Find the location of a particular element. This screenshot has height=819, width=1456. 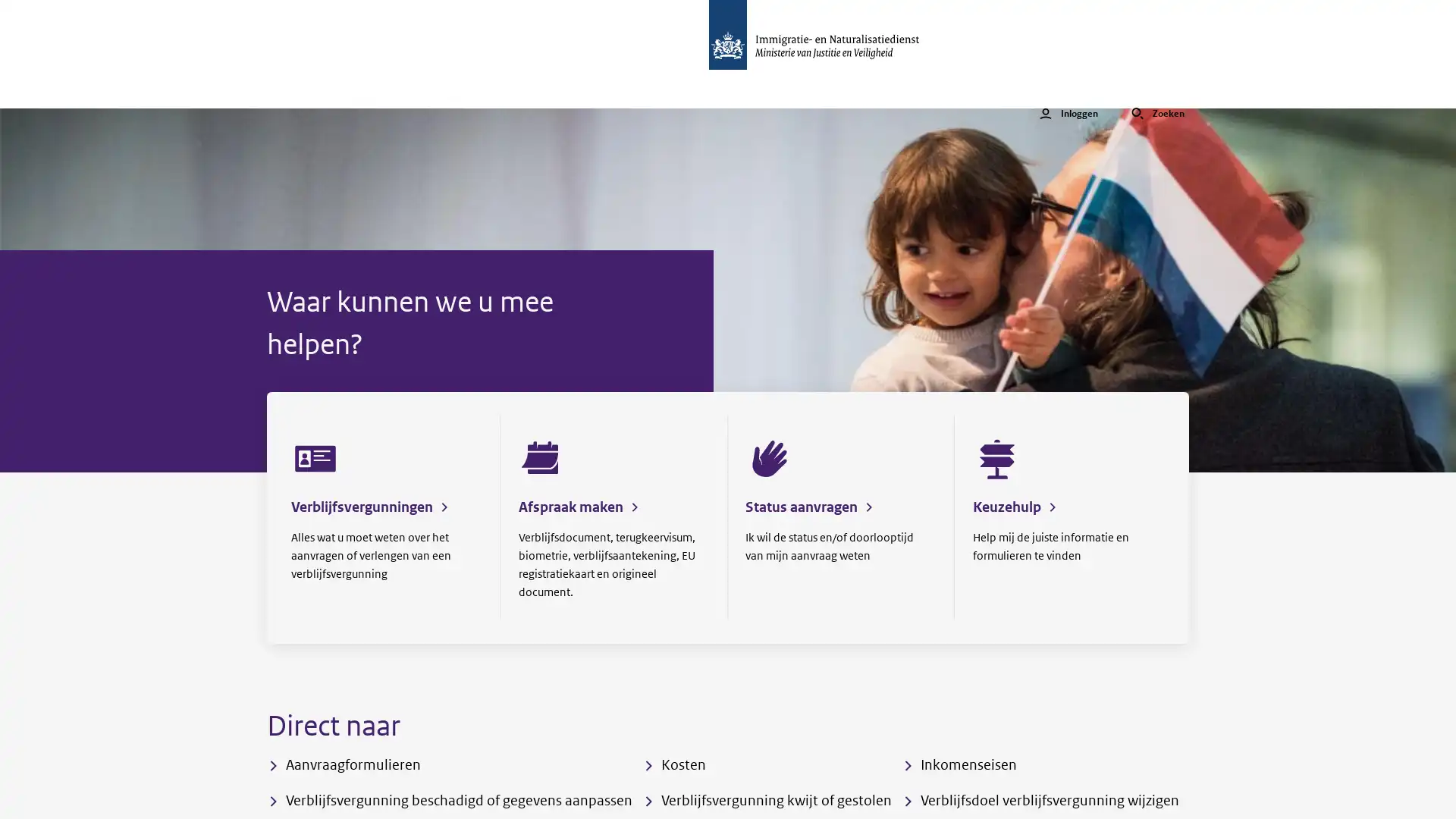

1 Zoeken is located at coordinates (1156, 89).